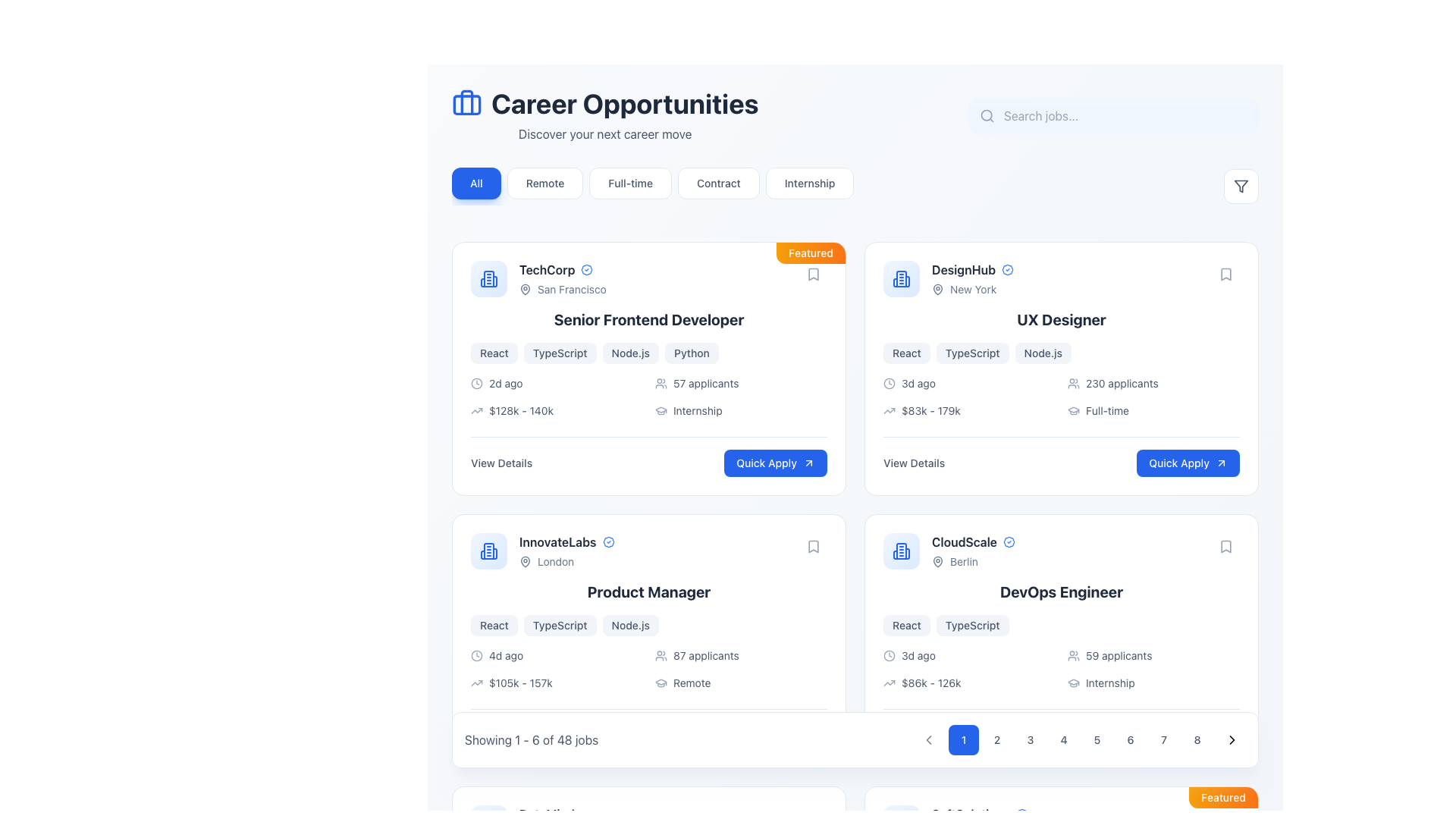  Describe the element at coordinates (987, 115) in the screenshot. I see `the search icon, which is represented by a modern gray magnifying glass, located in the top-right section of the page inside a search bar` at that location.